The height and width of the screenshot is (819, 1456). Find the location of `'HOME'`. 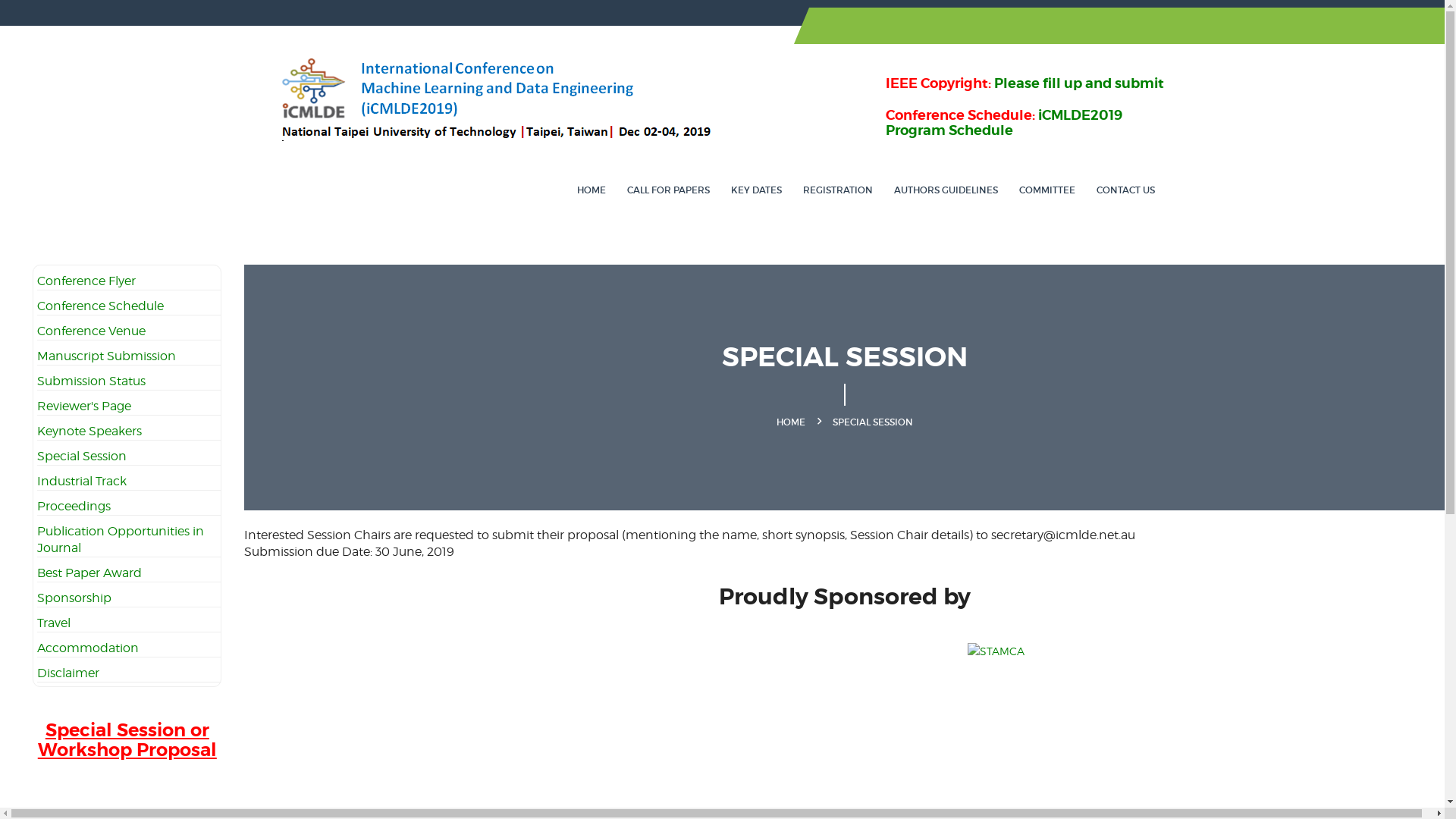

'HOME' is located at coordinates (589, 189).